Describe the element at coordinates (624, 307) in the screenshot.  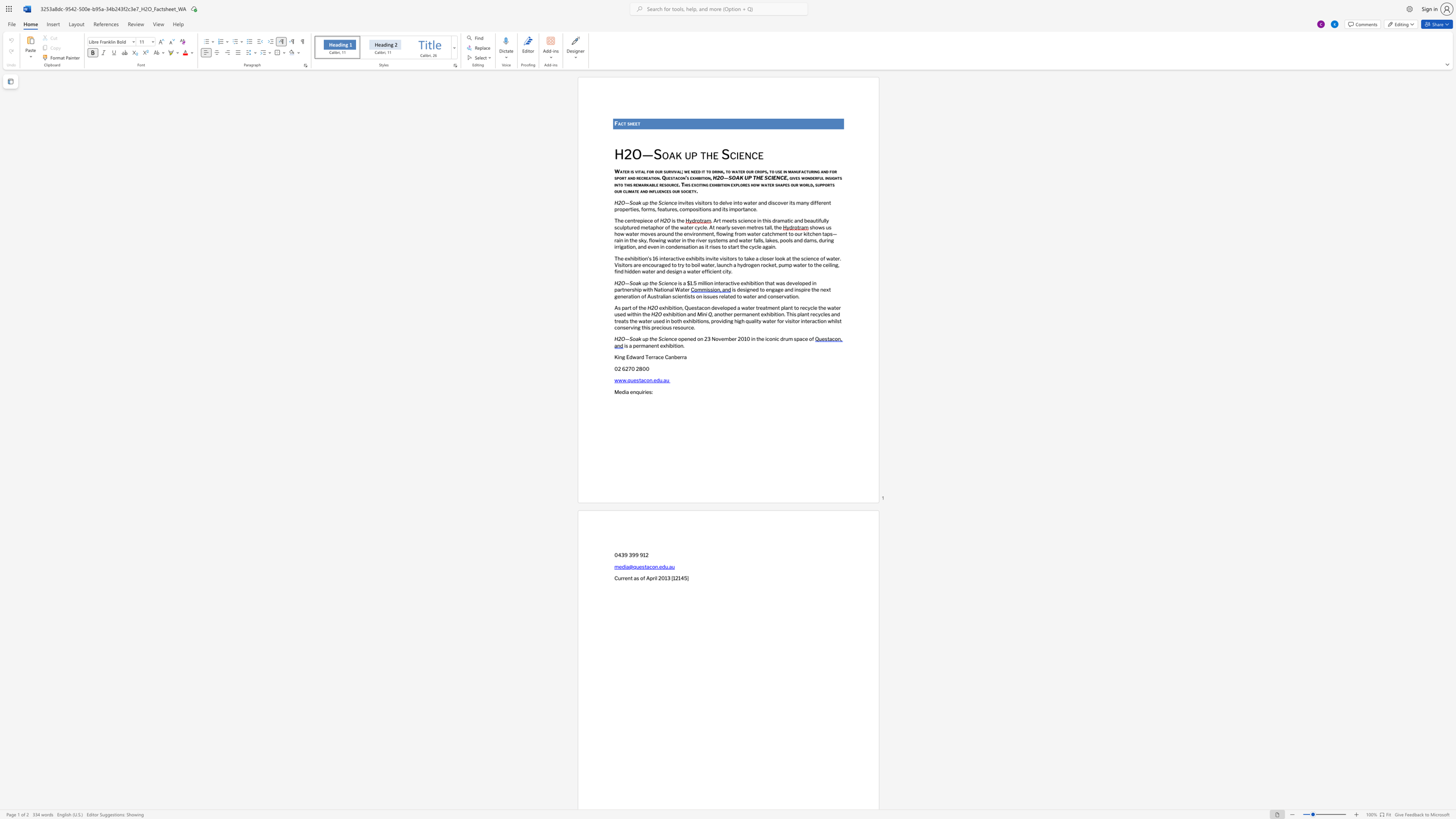
I see `the subset text "art o" within the text "As part of the"` at that location.